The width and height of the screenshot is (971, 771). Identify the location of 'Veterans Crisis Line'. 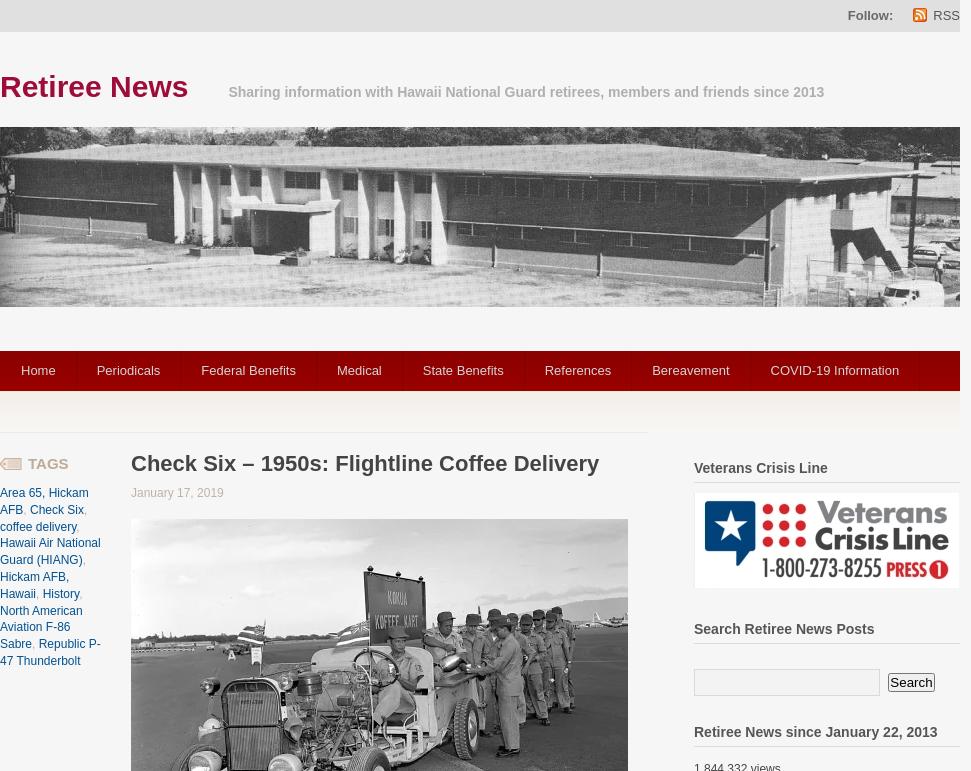
(760, 466).